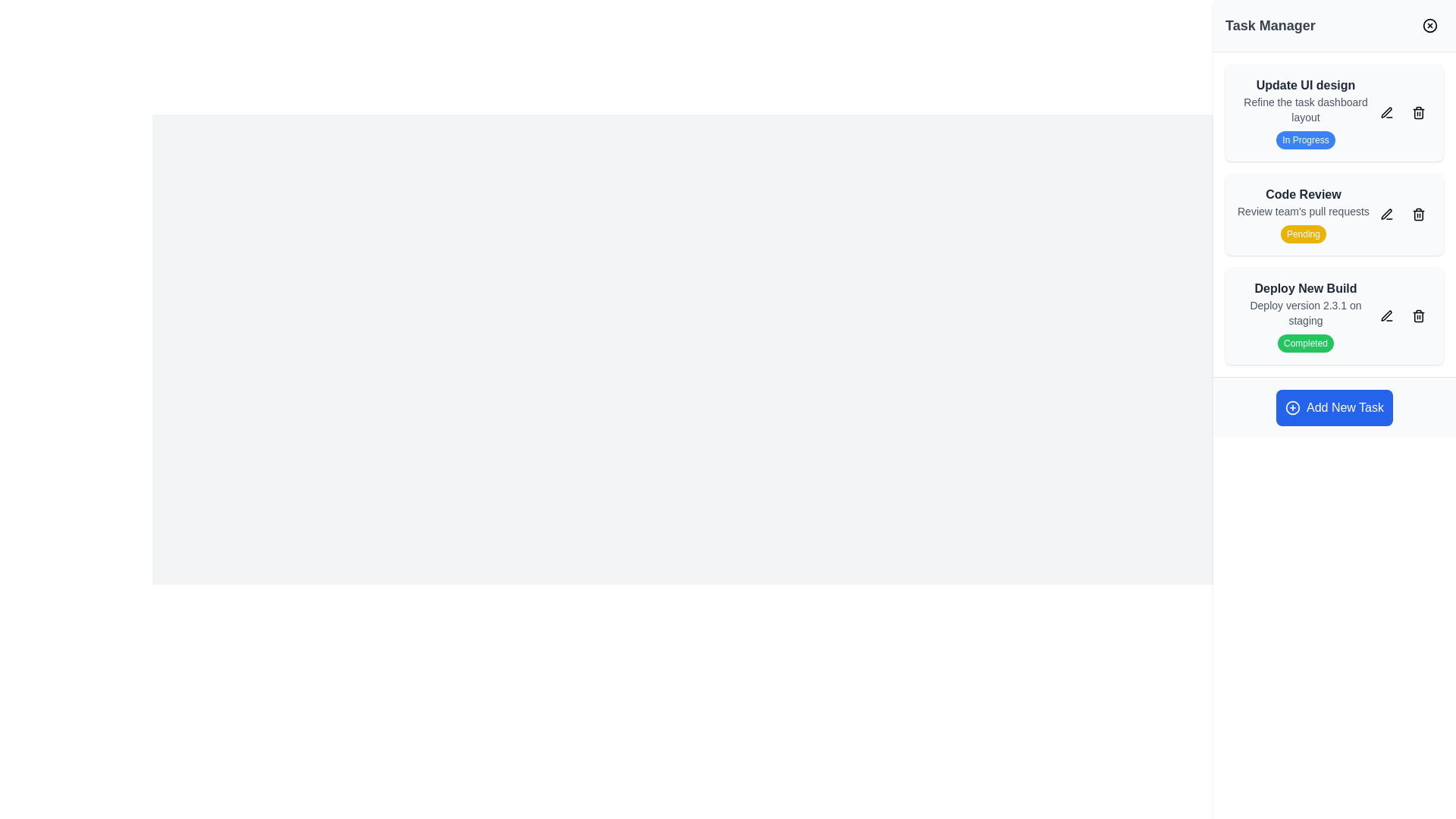  Describe the element at coordinates (1386, 214) in the screenshot. I see `the edit icon, which is a vector graphic styled as a pen or pencil, located to the right of the 'Code Review' task block title in the task management interface` at that location.